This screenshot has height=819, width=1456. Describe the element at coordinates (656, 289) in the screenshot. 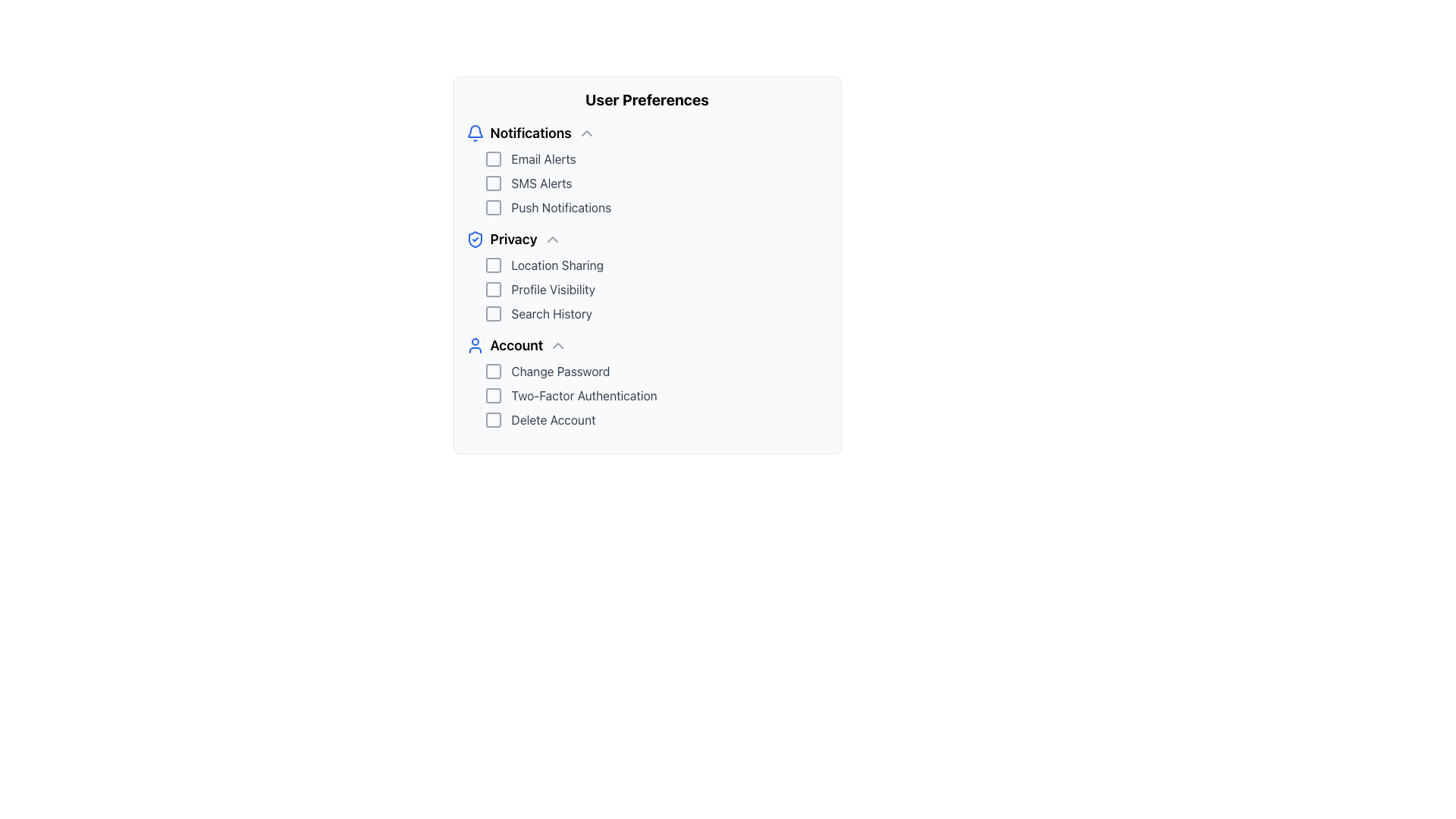

I see `the checkbox associated with the option` at that location.